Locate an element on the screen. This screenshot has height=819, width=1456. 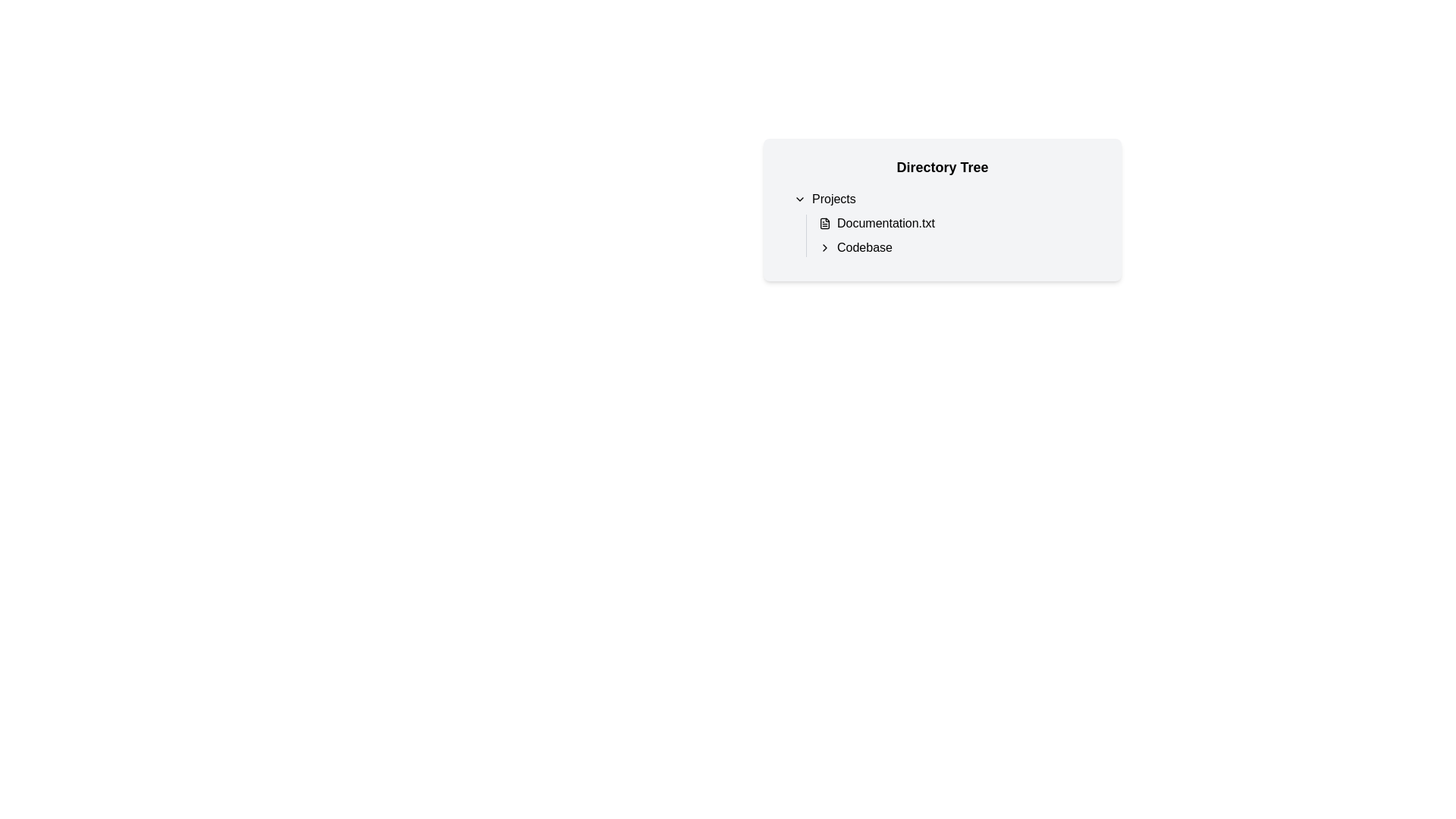
the List Item representing the file 'Documentation.txt' in the 'Projects' section is located at coordinates (942, 223).